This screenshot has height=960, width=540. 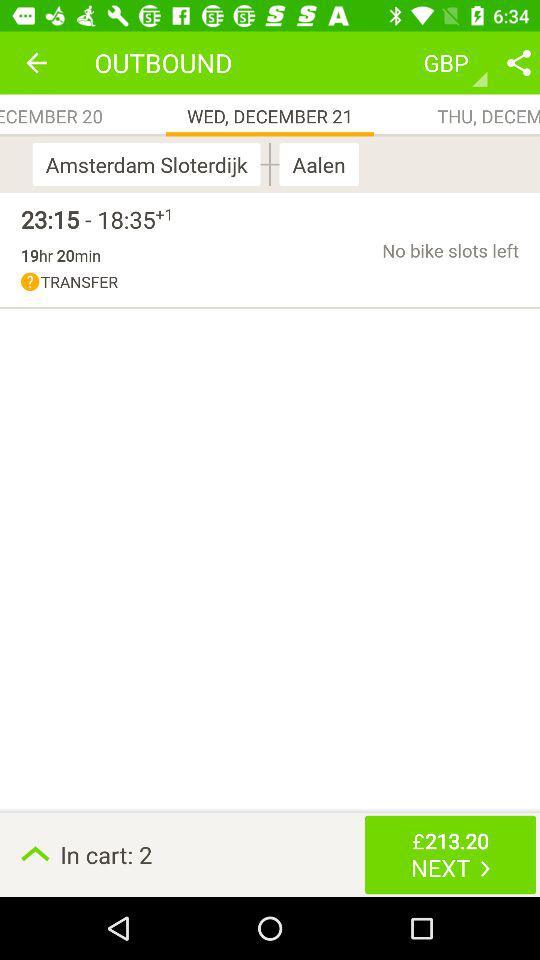 What do you see at coordinates (518, 62) in the screenshot?
I see `share` at bounding box center [518, 62].